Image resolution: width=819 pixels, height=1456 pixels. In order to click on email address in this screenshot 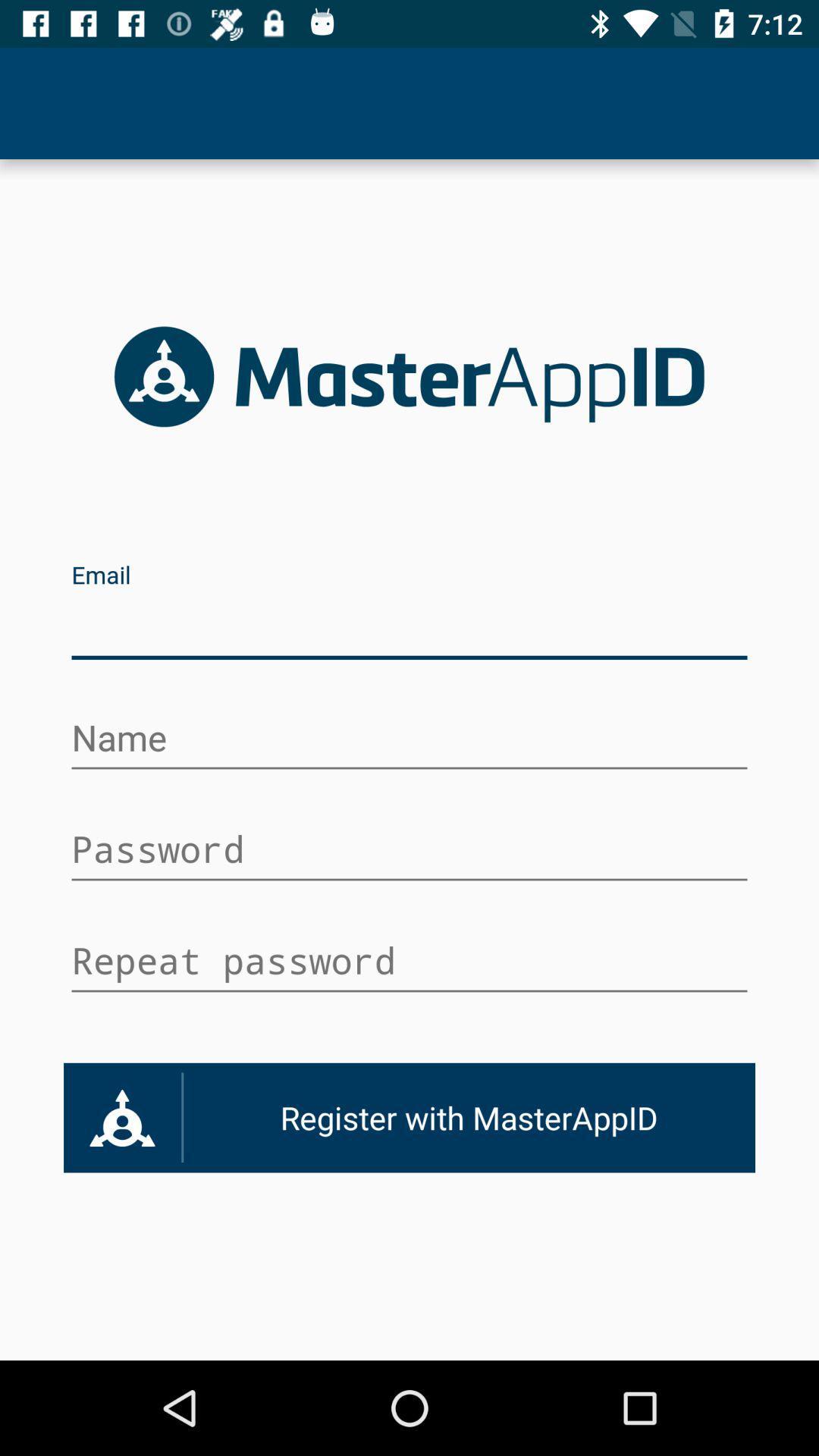, I will do `click(409, 628)`.